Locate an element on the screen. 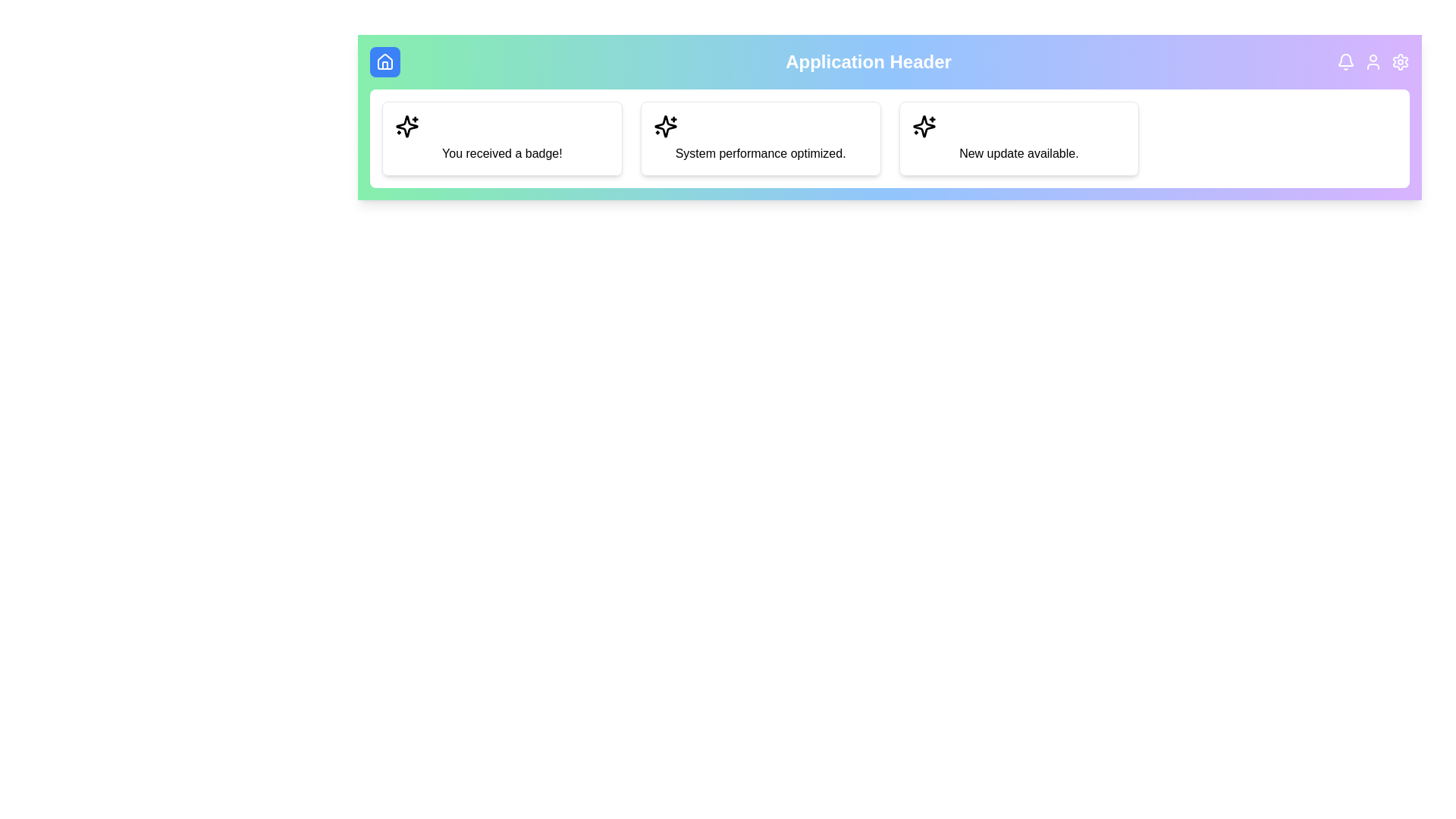  the home button to toggle the menu visibility is located at coordinates (385, 61).